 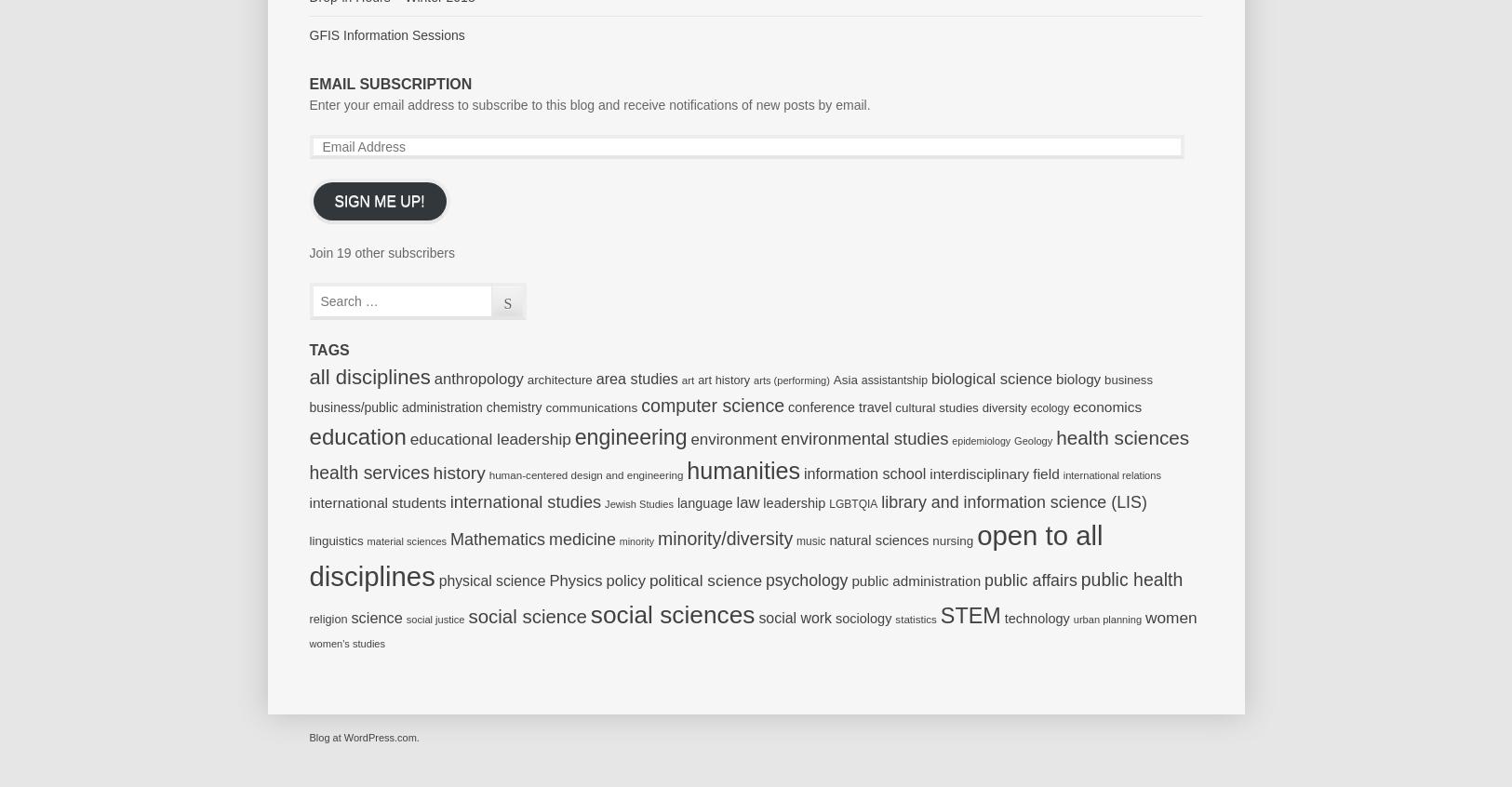 I want to click on 'religion', so click(x=327, y=618).